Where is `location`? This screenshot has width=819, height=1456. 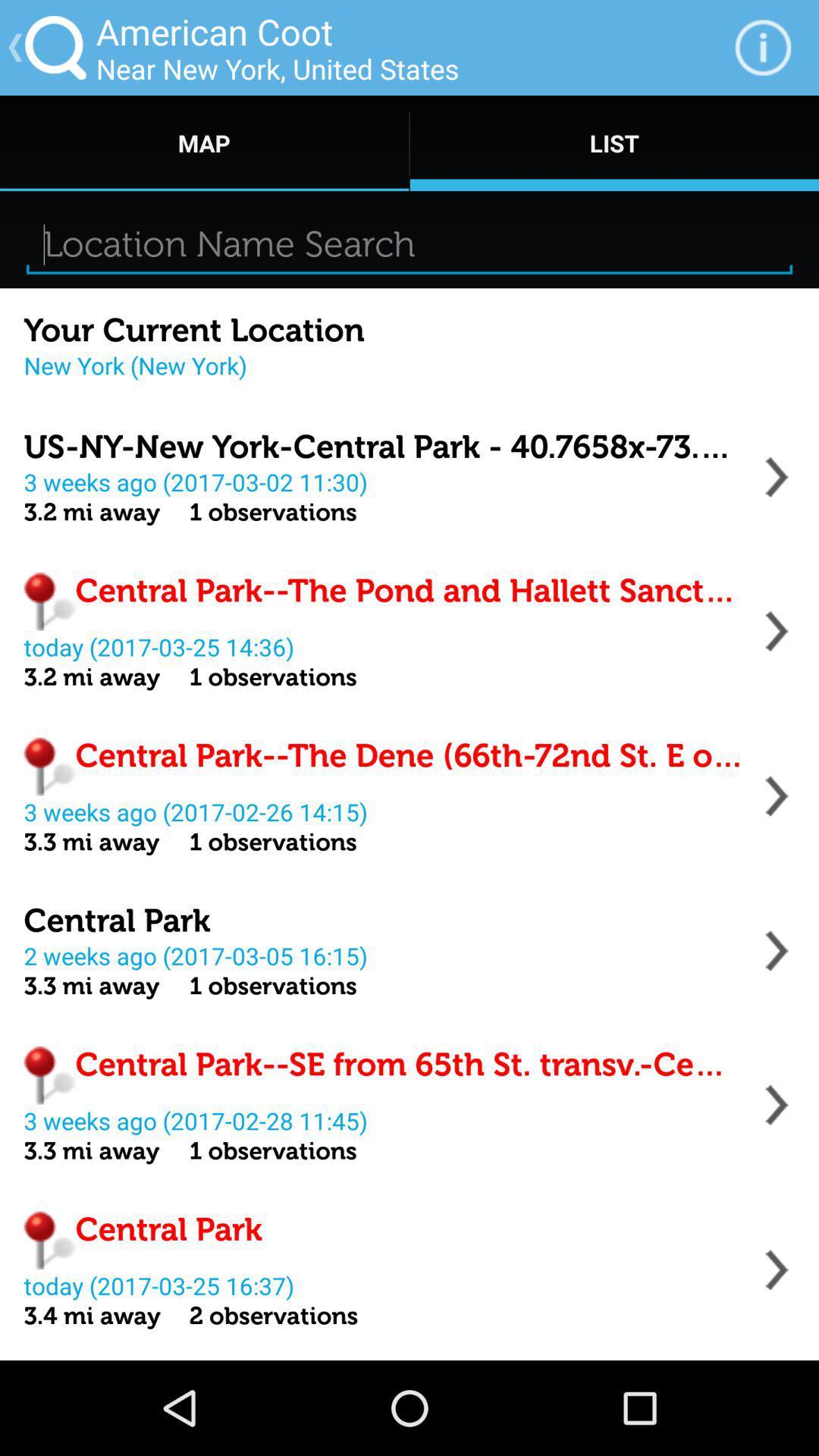 location is located at coordinates (777, 631).